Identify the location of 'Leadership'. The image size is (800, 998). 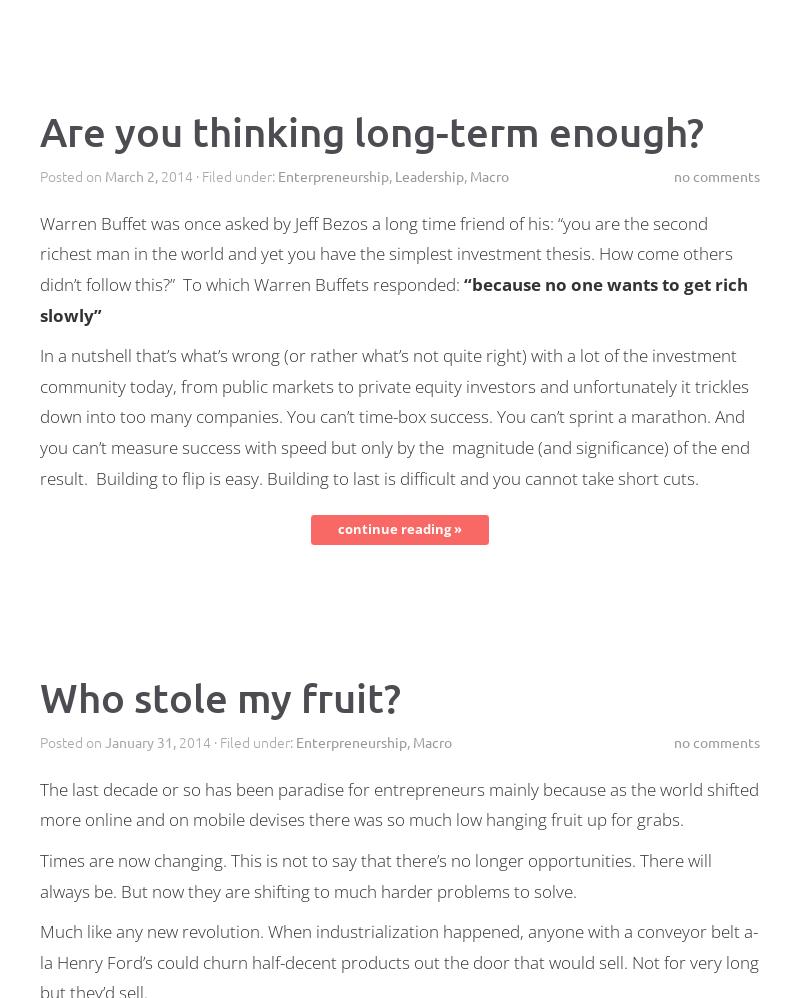
(429, 174).